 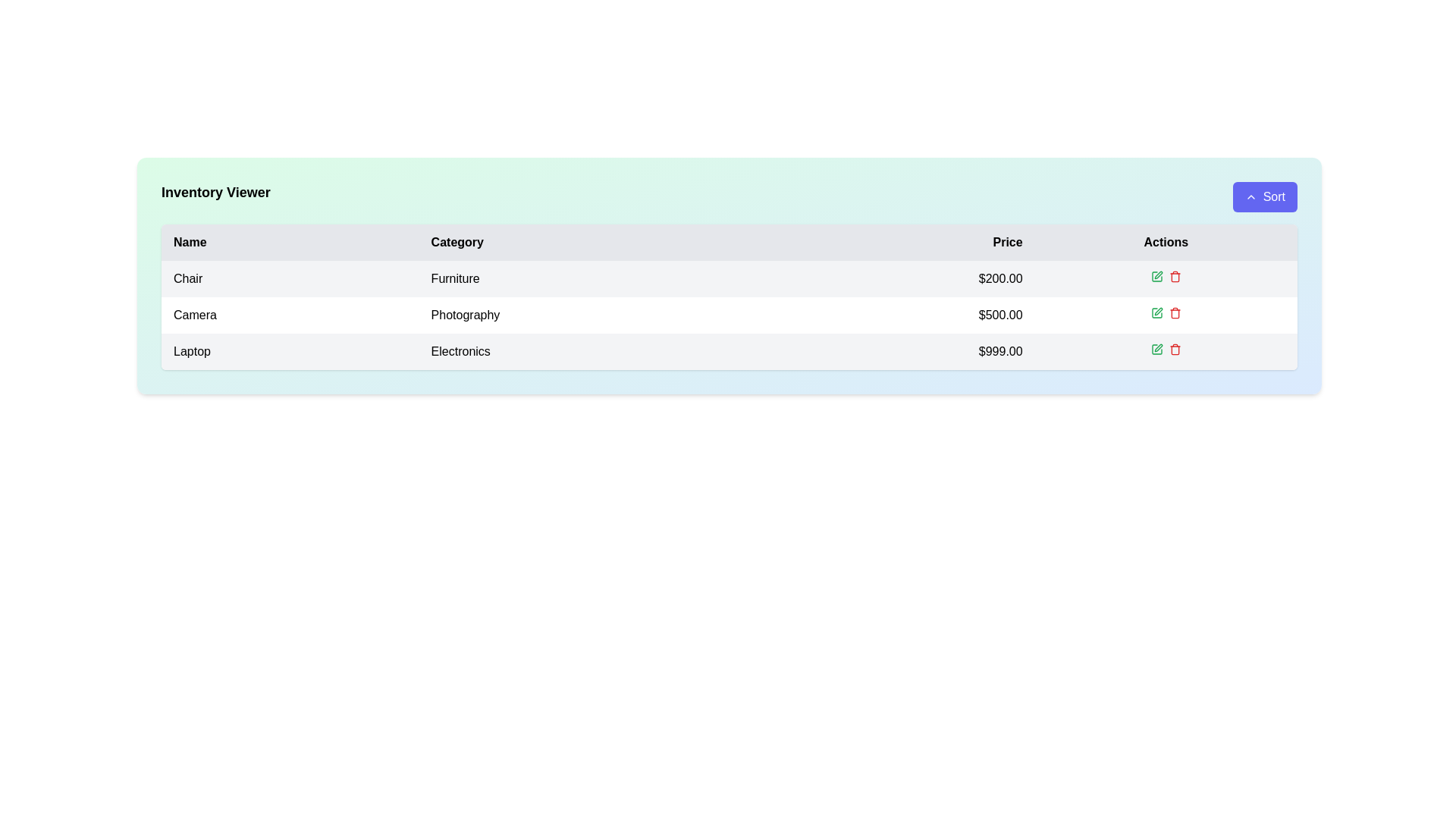 What do you see at coordinates (1156, 312) in the screenshot?
I see `the edit icon located to the right of the second row in the 'Actions' column of the table` at bounding box center [1156, 312].